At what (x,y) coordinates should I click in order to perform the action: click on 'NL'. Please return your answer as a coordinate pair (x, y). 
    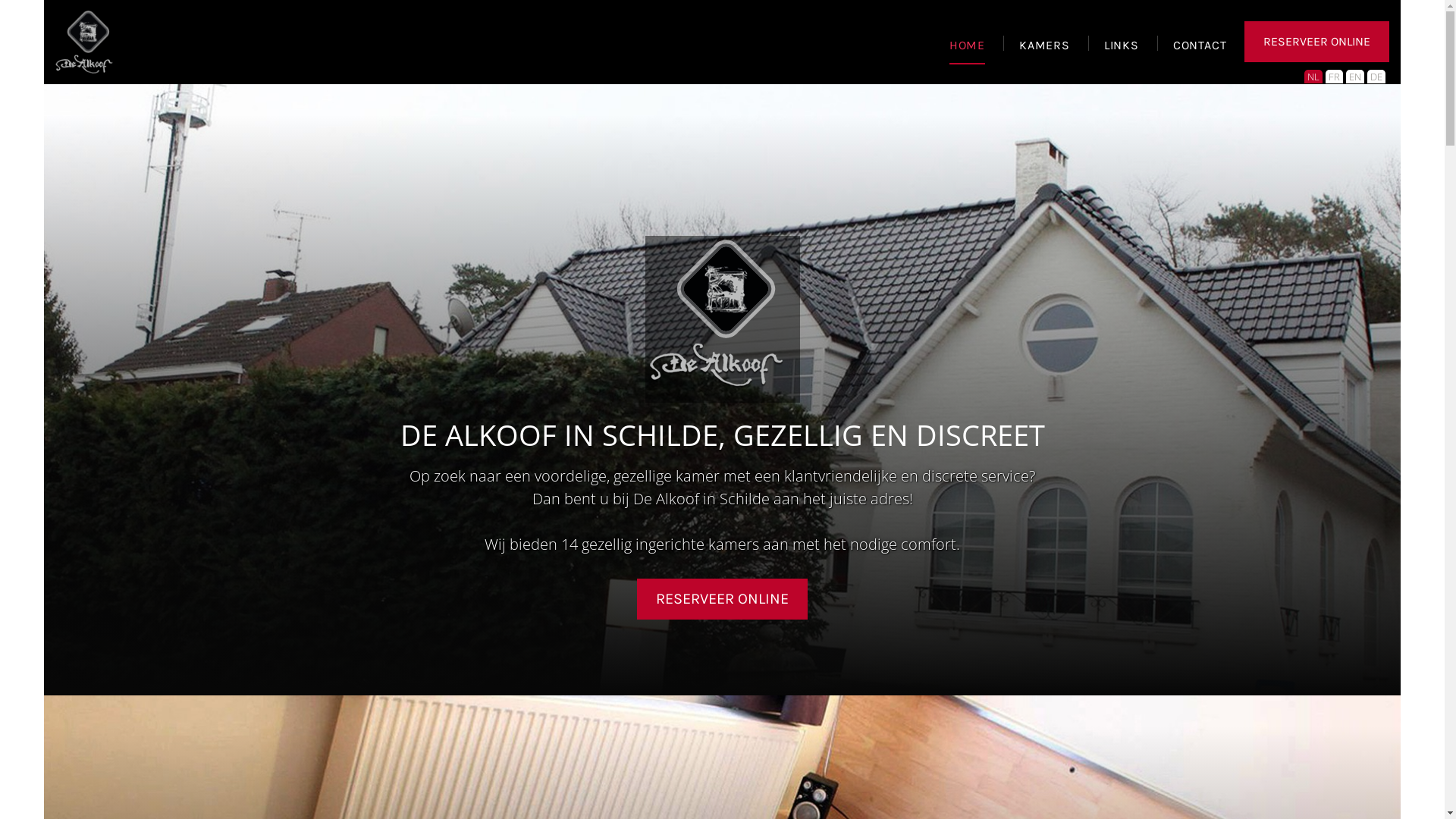
    Looking at the image, I should click on (1313, 76).